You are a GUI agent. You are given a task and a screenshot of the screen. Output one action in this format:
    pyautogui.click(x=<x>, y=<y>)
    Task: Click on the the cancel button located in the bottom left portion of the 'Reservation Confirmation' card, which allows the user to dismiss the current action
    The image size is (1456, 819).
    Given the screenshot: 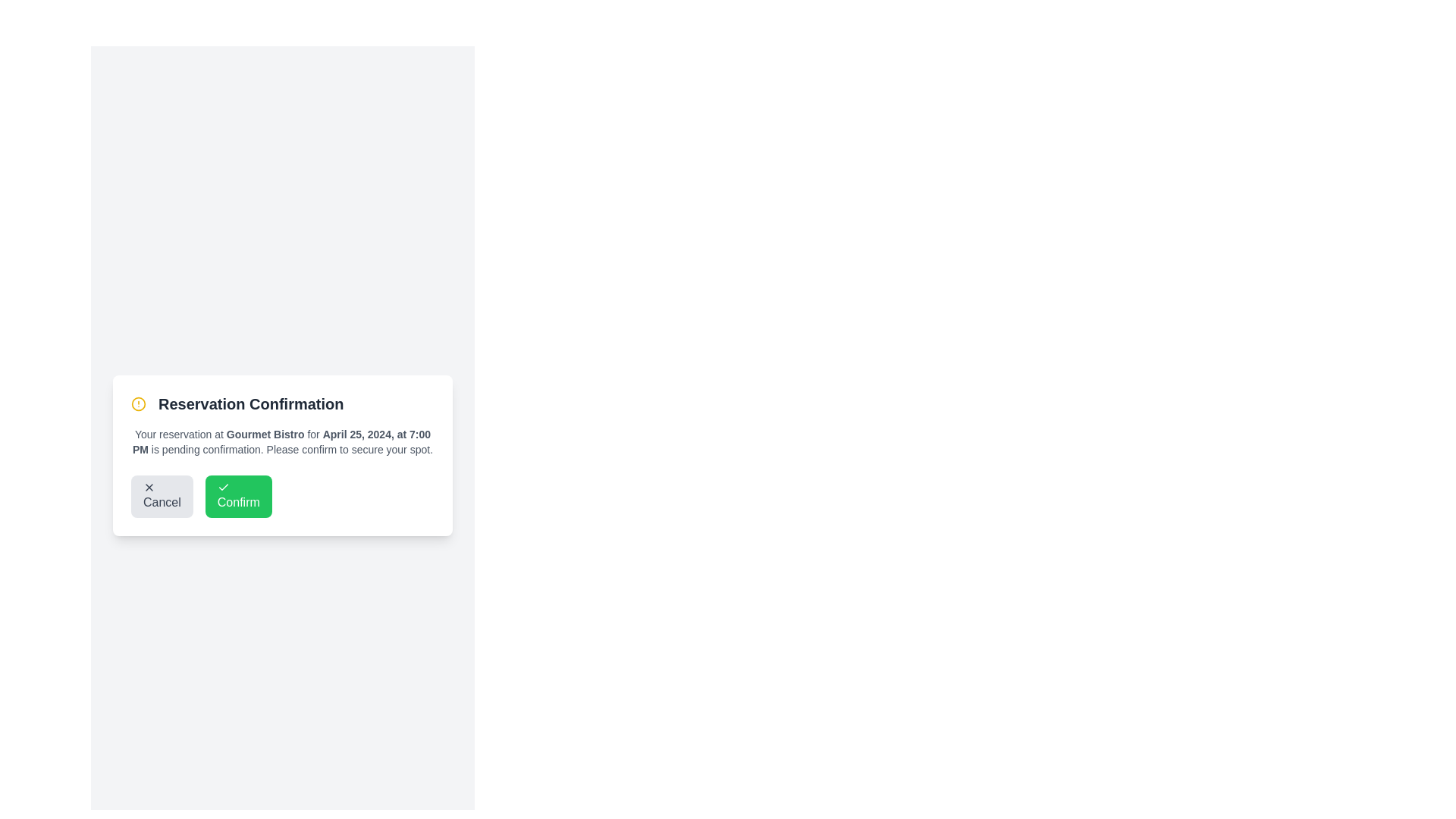 What is the action you would take?
    pyautogui.click(x=162, y=497)
    